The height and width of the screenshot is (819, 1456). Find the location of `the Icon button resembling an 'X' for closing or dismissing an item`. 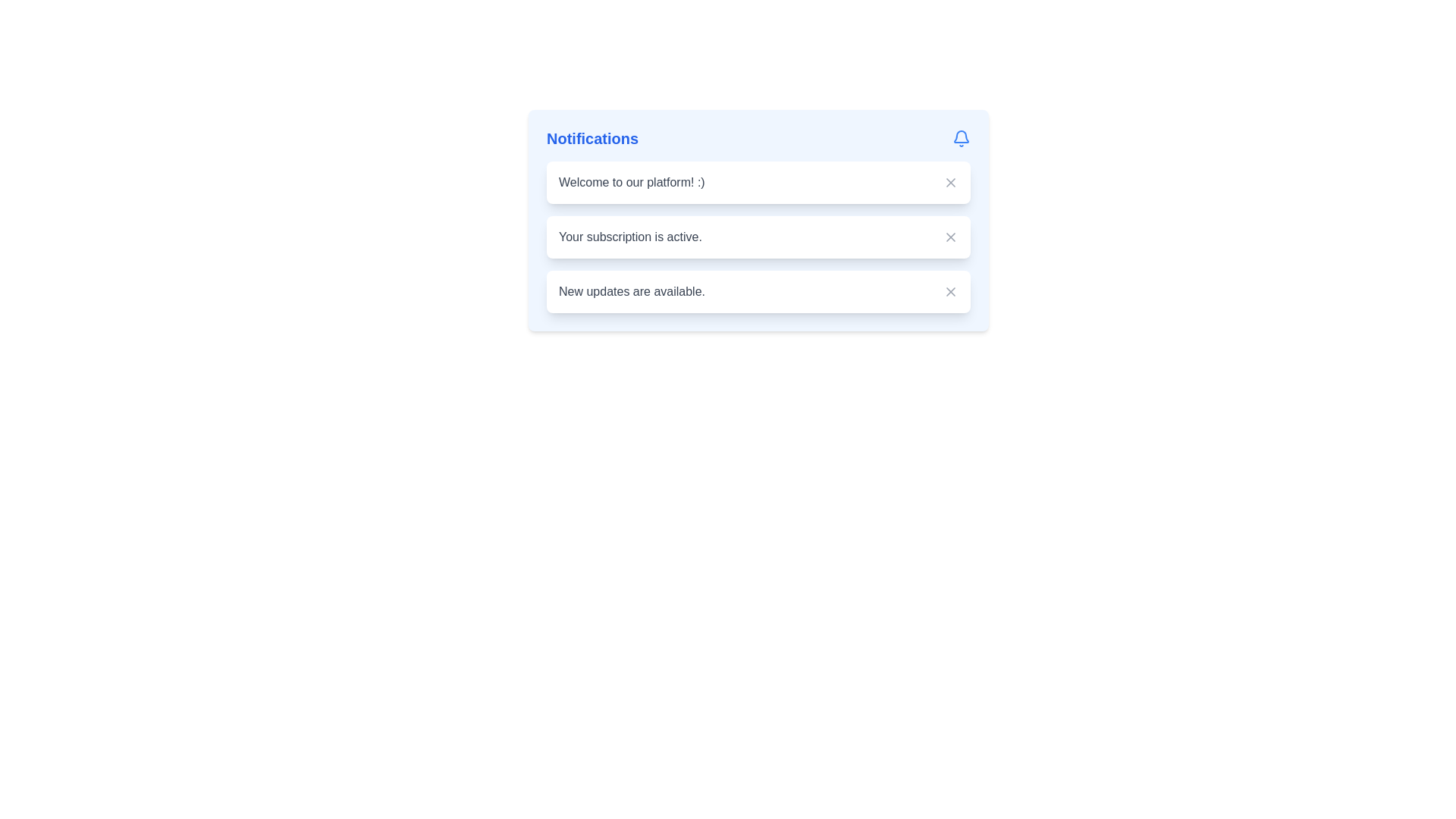

the Icon button resembling an 'X' for closing or dismissing an item is located at coordinates (949, 181).